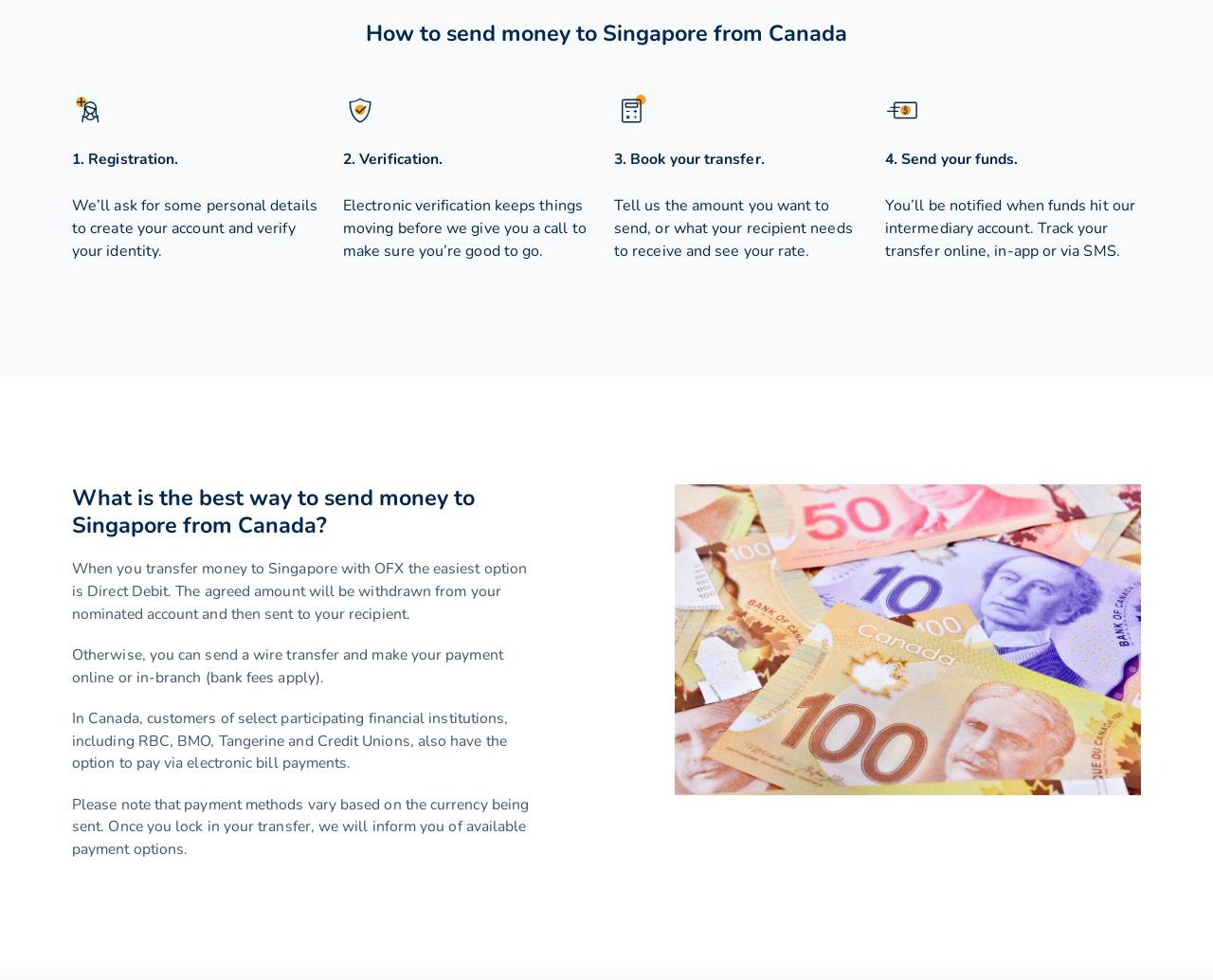 The image size is (1213, 980). I want to click on 'See full list of currencies', so click(159, 713).